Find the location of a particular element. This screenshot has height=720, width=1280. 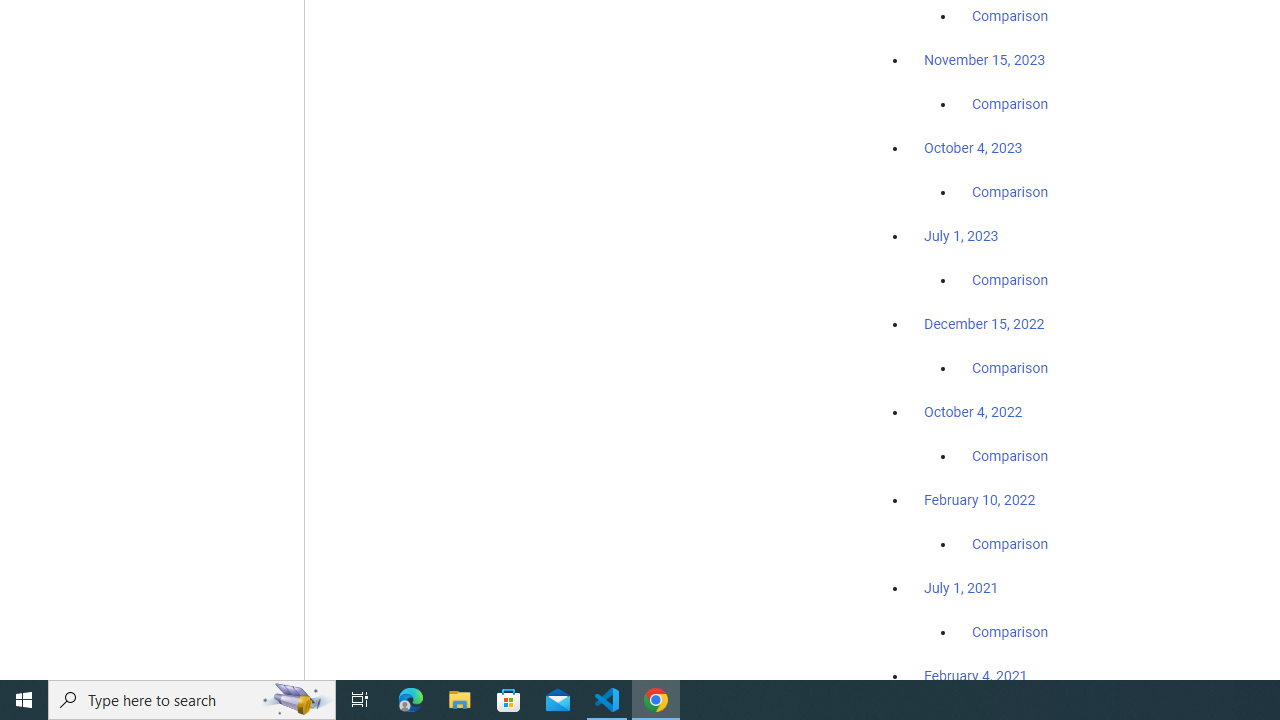

'December 15, 2022' is located at coordinates (984, 323).